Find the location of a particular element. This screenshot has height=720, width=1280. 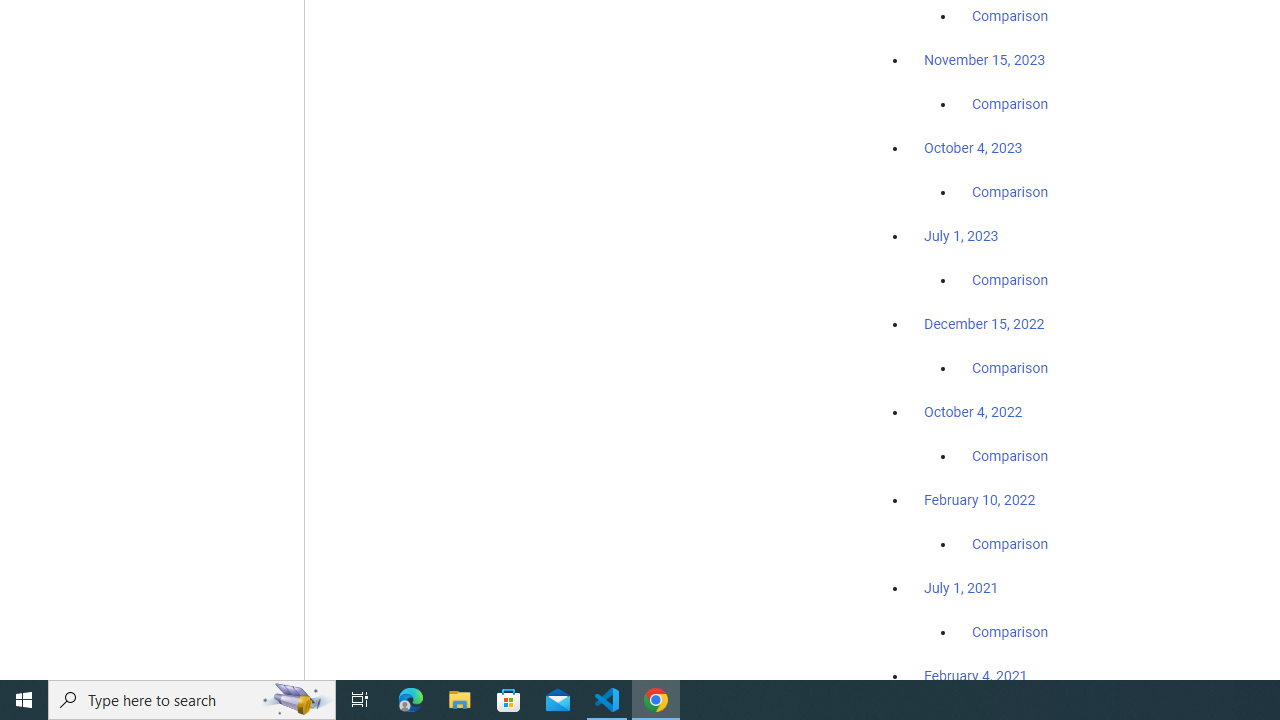

'December 15, 2022' is located at coordinates (984, 323).